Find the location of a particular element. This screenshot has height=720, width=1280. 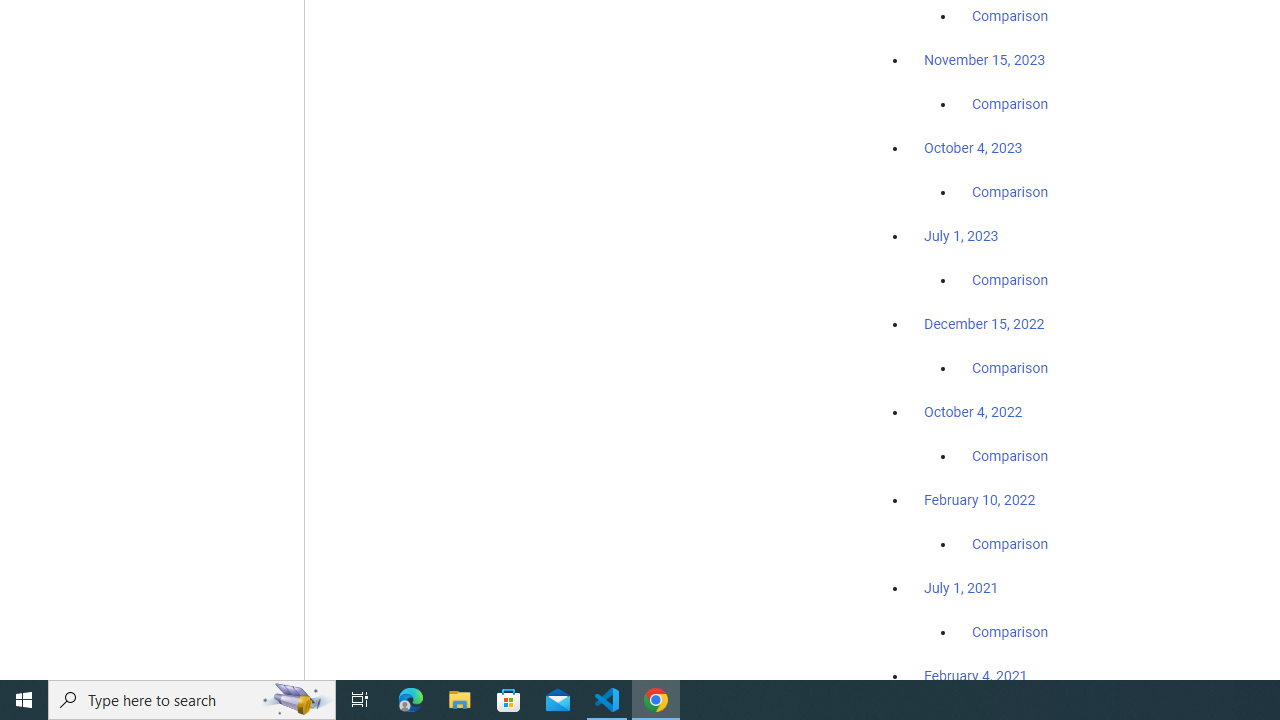

'December 15, 2022' is located at coordinates (984, 323).